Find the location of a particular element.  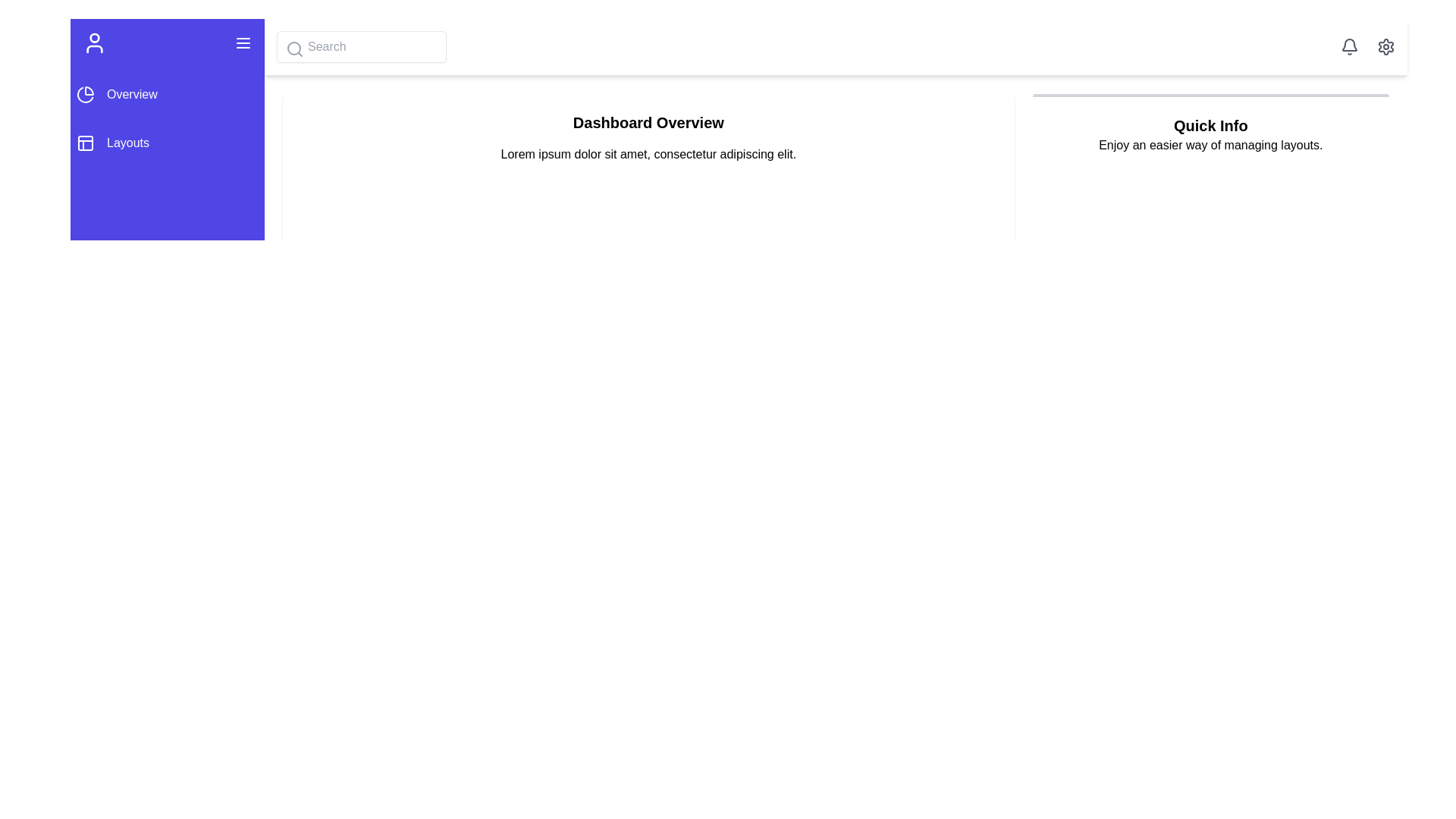

the pie chart icon located in the left sidebar near the top, which represents the 'Overview' section of the application is located at coordinates (85, 94).